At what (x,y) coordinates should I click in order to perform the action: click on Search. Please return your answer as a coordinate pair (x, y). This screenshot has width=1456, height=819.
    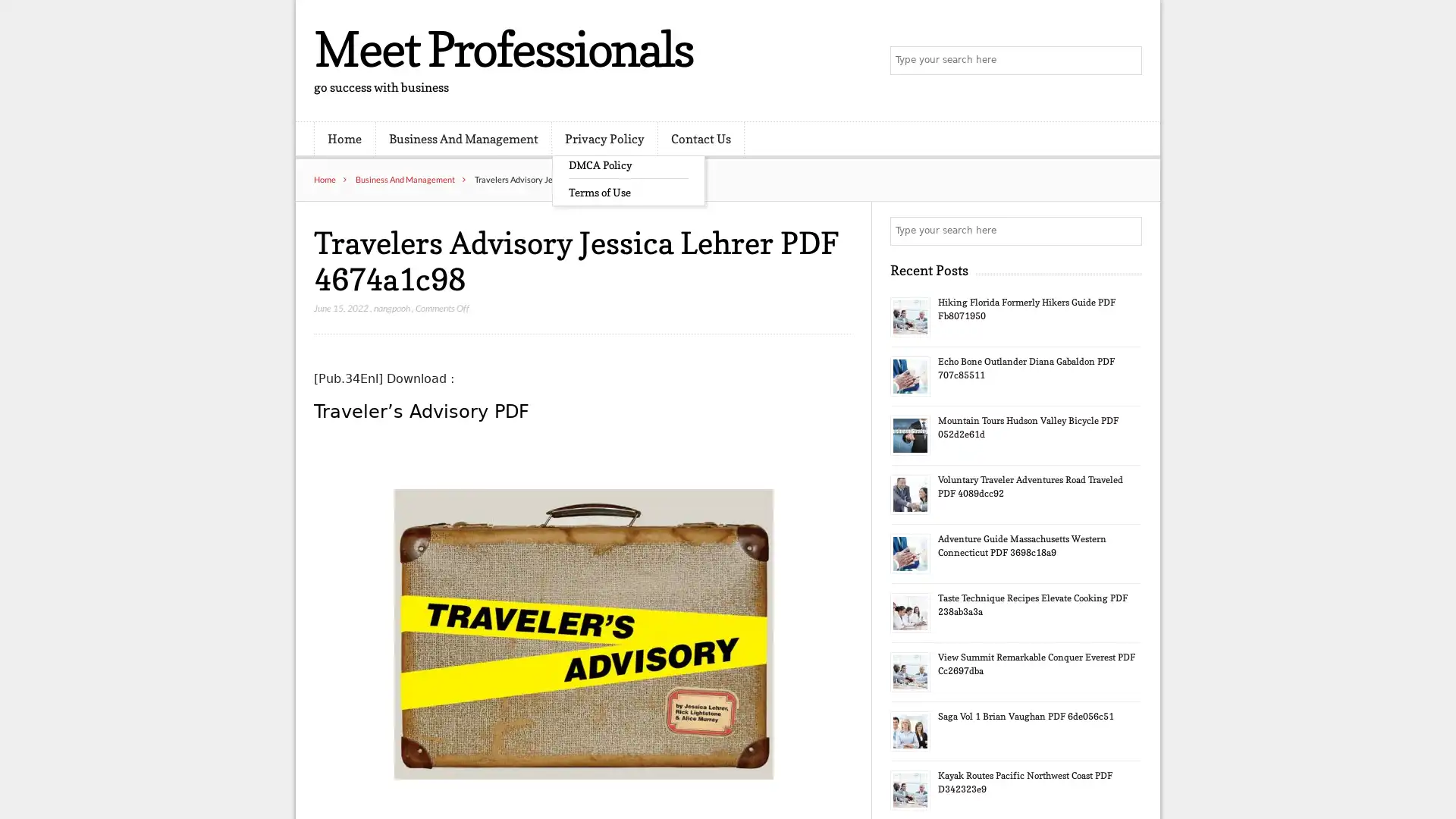
    Looking at the image, I should click on (1126, 231).